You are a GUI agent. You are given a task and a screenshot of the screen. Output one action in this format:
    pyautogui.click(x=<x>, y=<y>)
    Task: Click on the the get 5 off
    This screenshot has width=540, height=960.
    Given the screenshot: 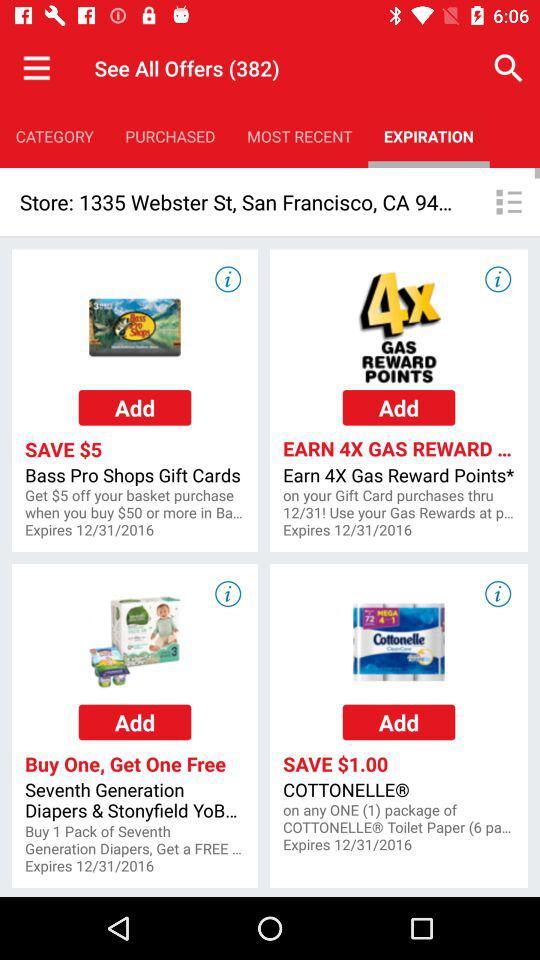 What is the action you would take?
    pyautogui.click(x=135, y=503)
    